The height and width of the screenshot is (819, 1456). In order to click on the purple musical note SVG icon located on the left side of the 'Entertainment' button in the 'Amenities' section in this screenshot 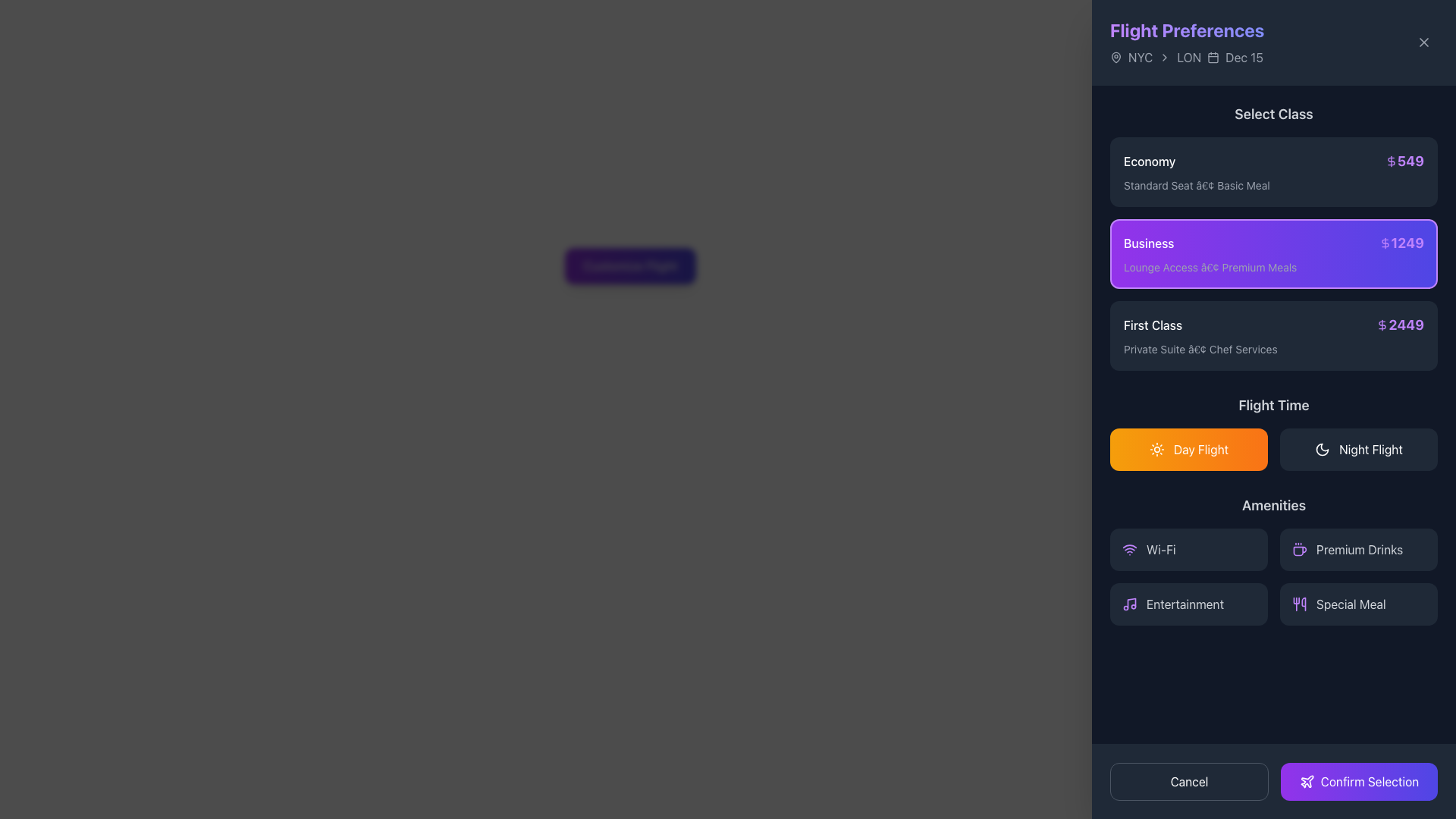, I will do `click(1129, 604)`.